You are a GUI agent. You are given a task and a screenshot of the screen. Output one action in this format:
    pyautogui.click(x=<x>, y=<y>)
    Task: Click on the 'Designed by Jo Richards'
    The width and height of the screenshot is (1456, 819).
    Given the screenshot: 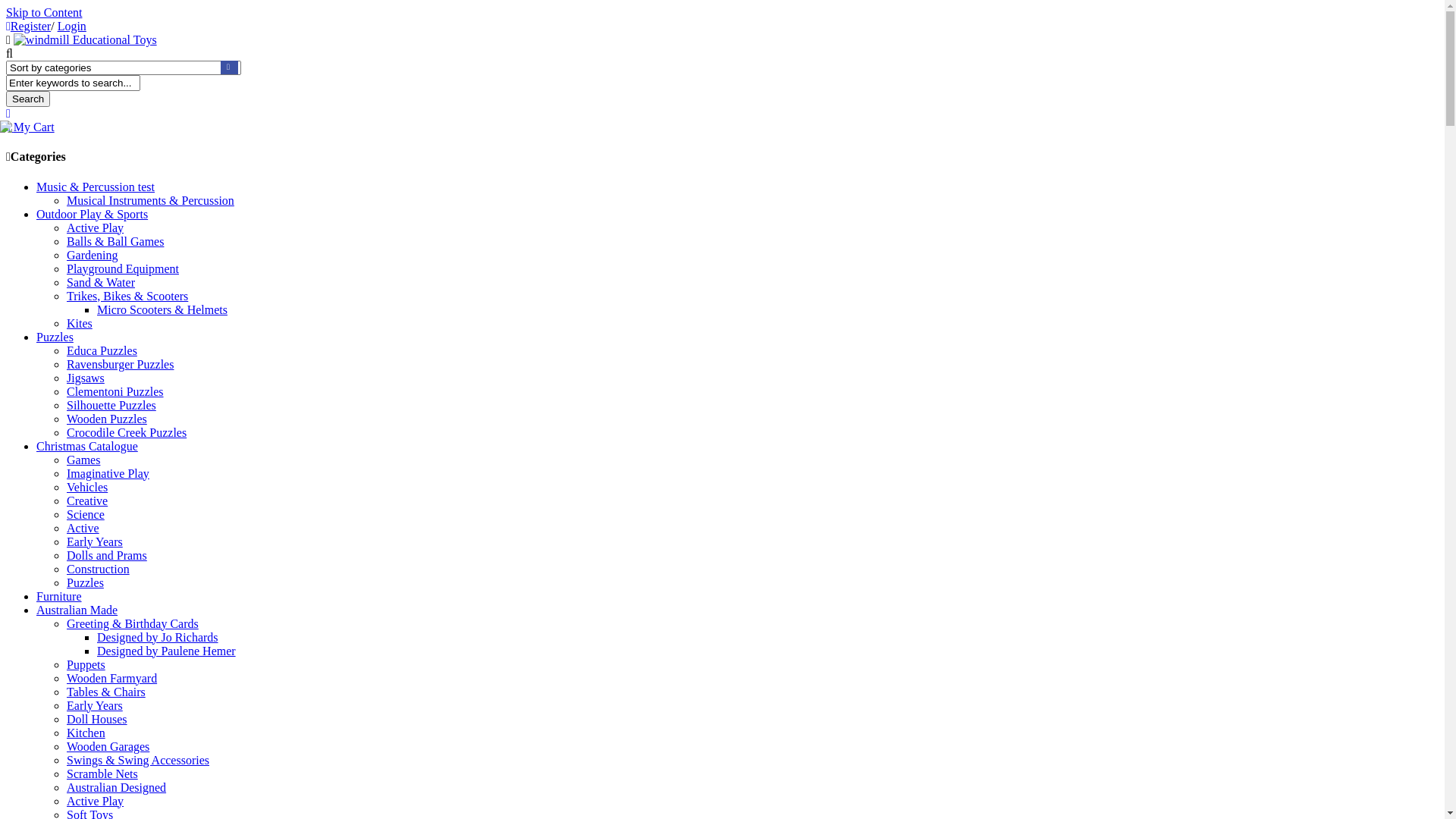 What is the action you would take?
    pyautogui.click(x=157, y=637)
    